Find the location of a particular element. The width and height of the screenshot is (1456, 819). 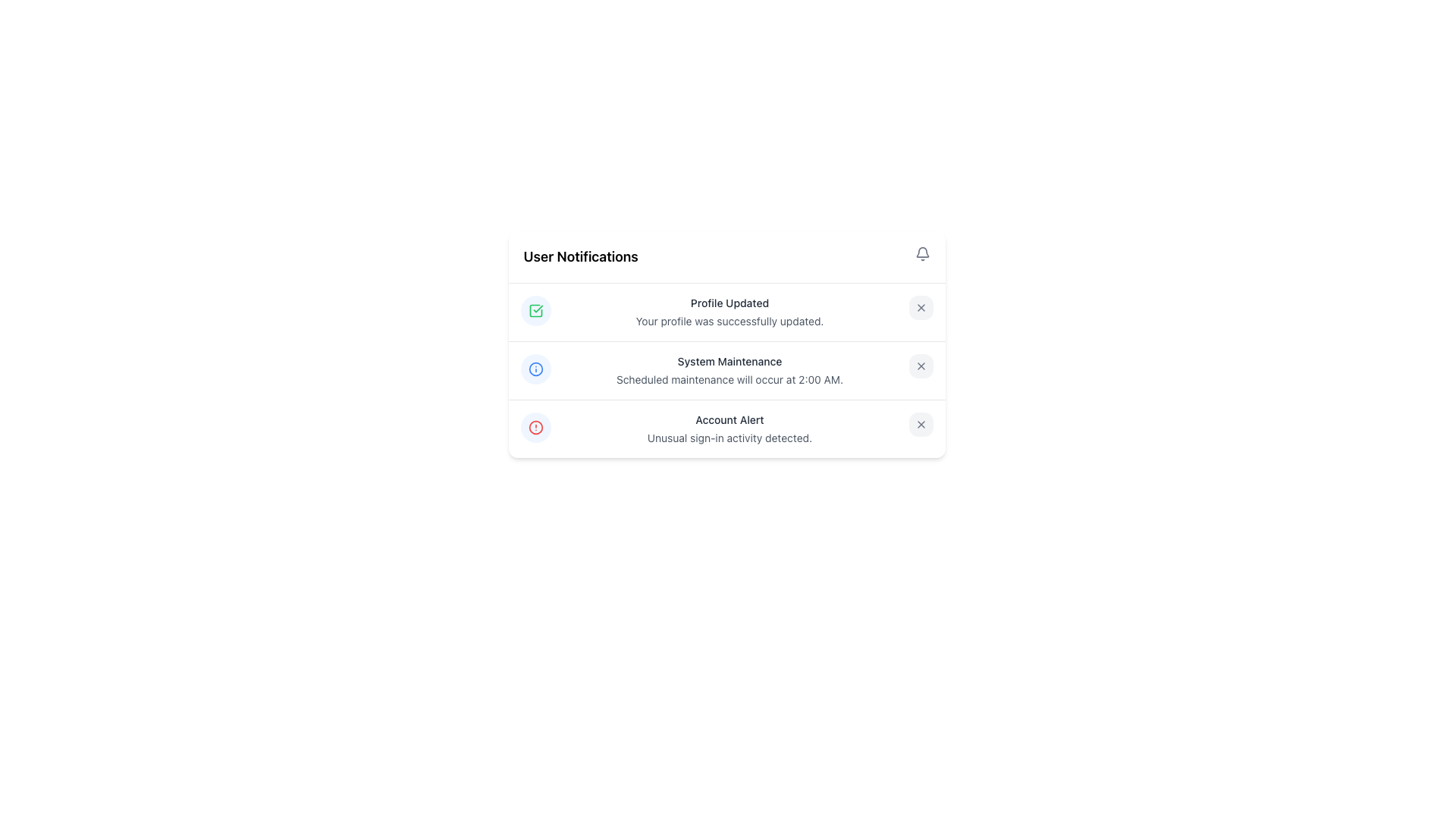

the first circular icon in the notifications list is located at coordinates (535, 309).